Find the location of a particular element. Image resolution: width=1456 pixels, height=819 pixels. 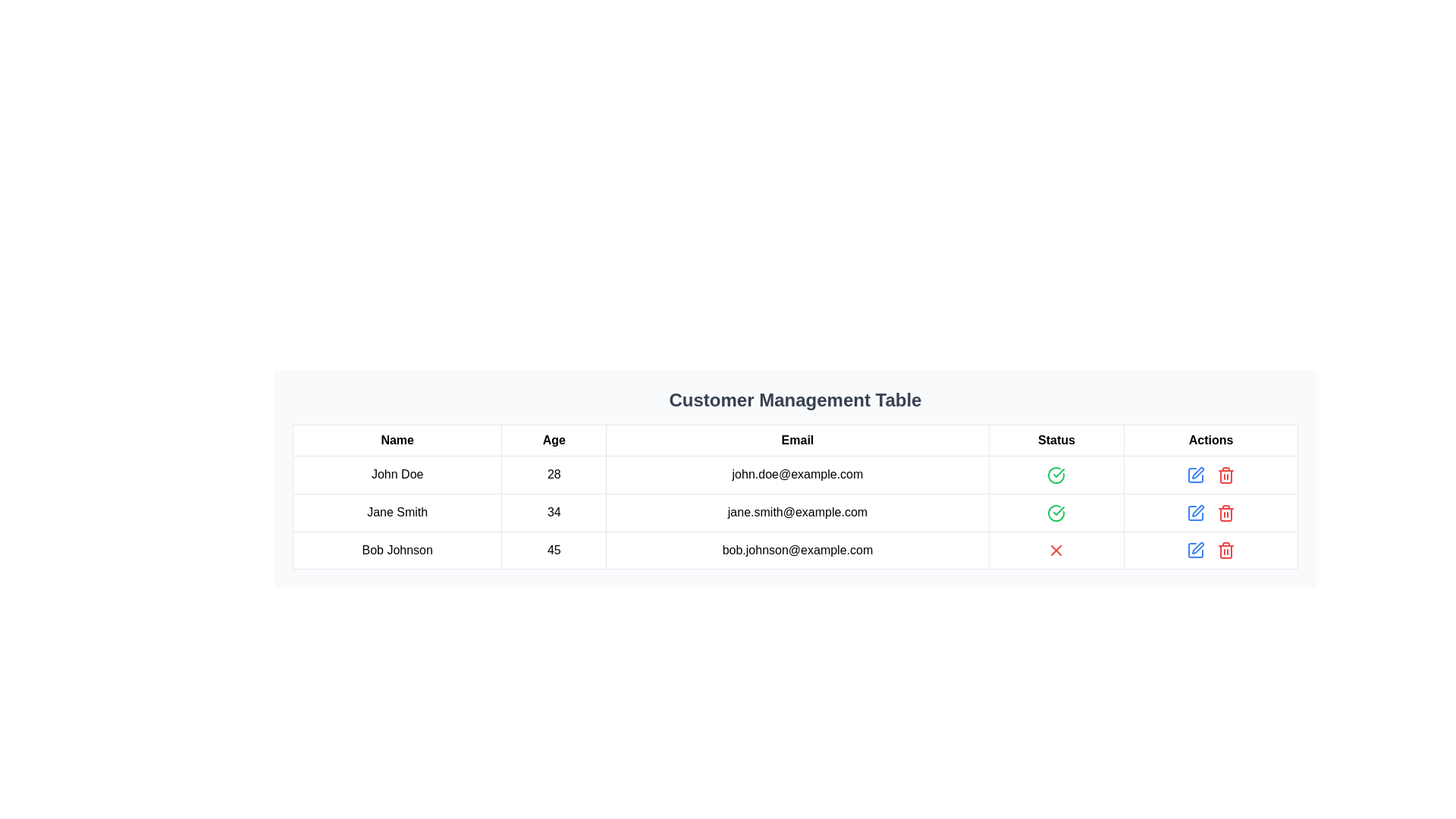

the status conveyed by the small red 'X' icon located in the third row of the table under the 'Status' column, adjacent to the email 'bob.johnson@example.com' is located at coordinates (1056, 551).